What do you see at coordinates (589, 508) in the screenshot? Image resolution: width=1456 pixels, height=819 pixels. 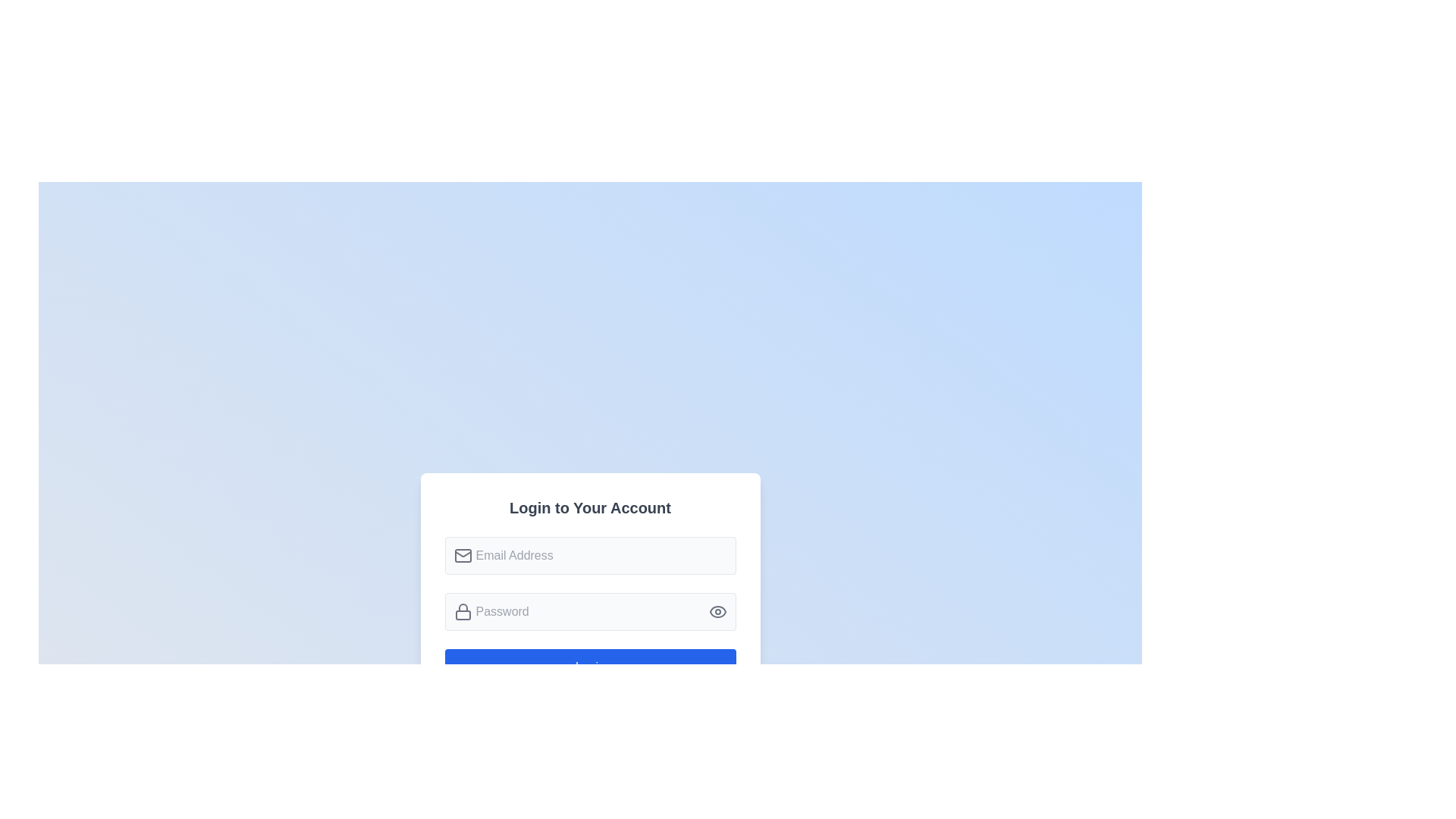 I see `text from the label that serves as the title for the login form, positioned above the email input field in the centered white card` at bounding box center [589, 508].